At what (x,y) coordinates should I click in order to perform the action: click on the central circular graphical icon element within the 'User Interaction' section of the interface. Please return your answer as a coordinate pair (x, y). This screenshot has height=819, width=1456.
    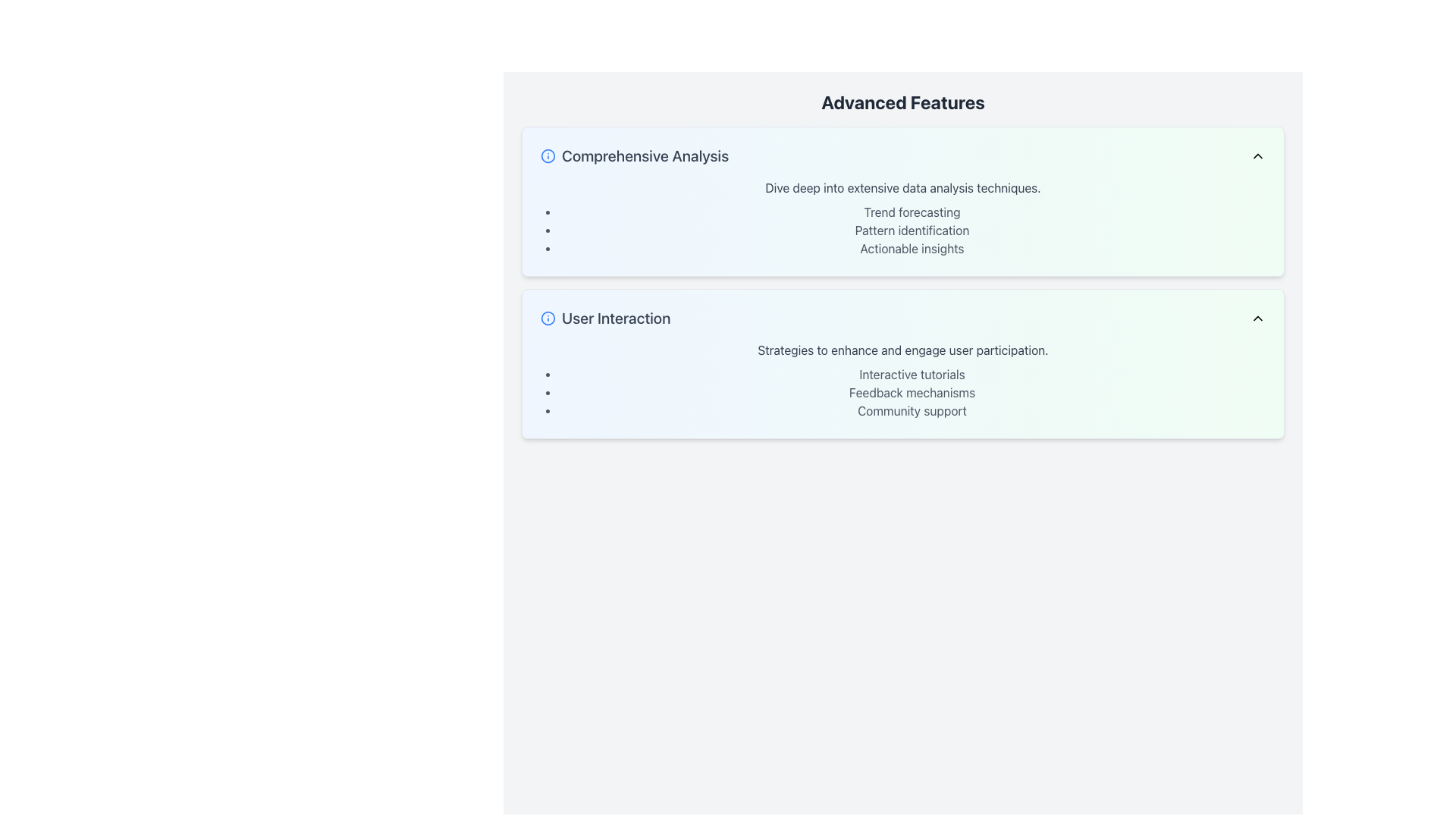
    Looking at the image, I should click on (548, 318).